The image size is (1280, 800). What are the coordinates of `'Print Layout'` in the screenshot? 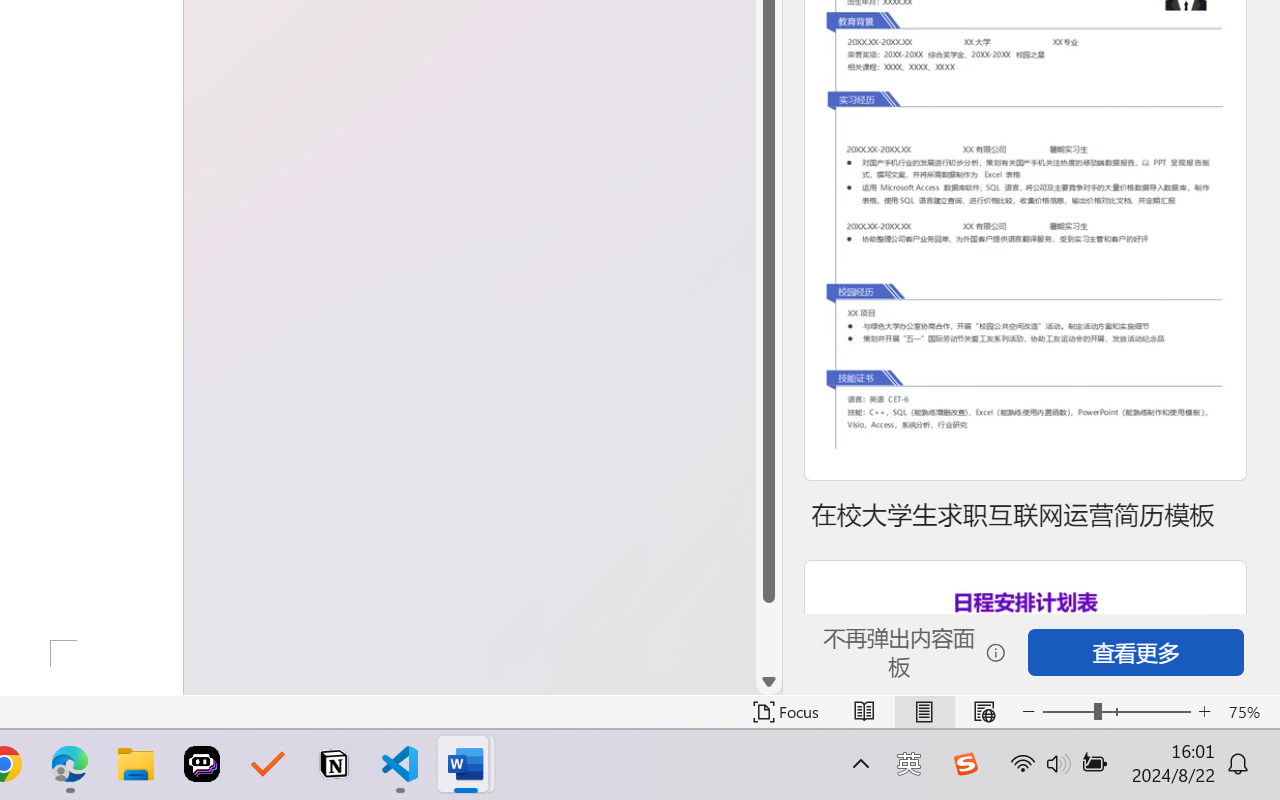 It's located at (923, 711).